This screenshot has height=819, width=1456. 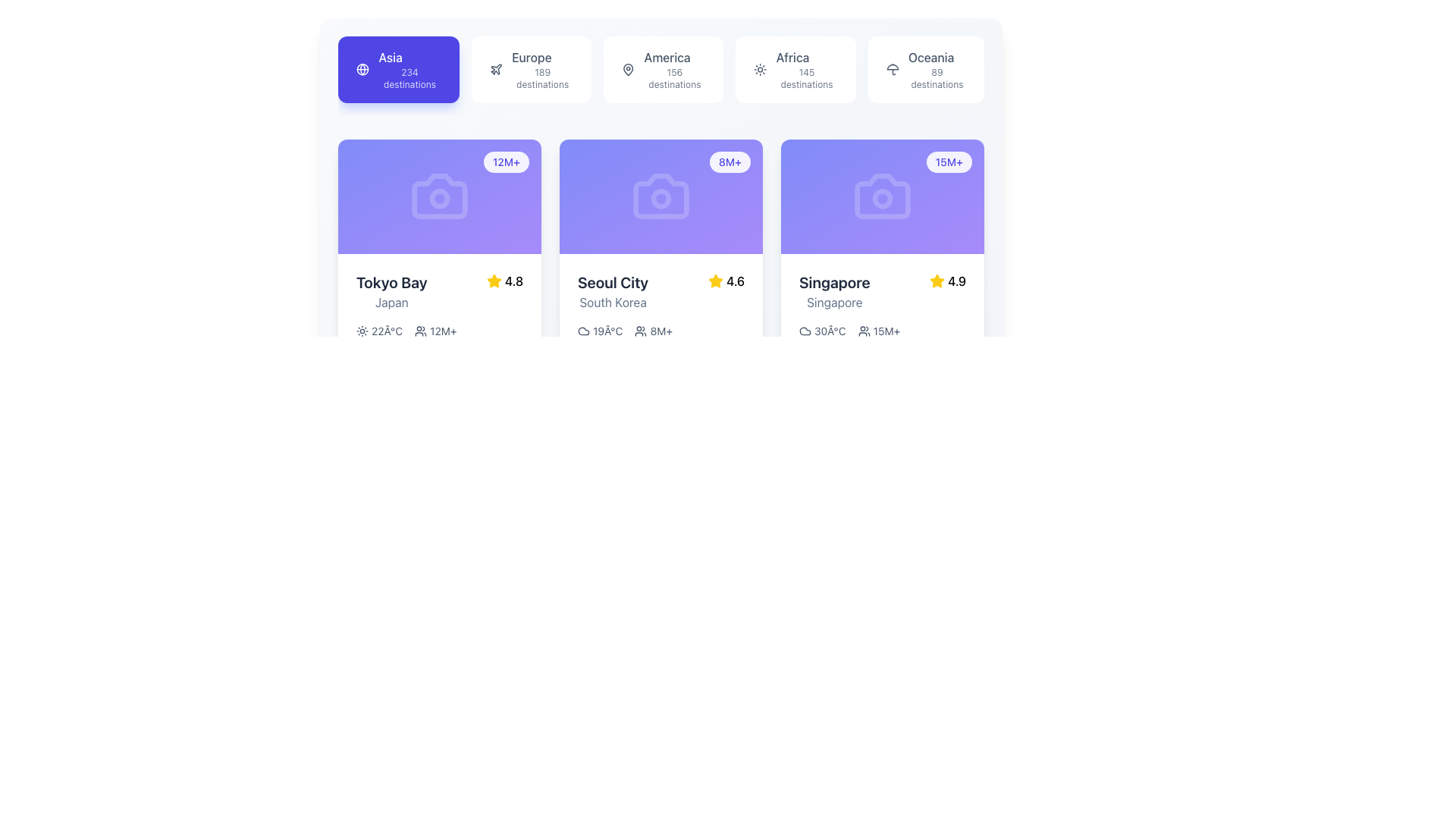 I want to click on the 'Europe' button, which has a white background, light gray text, an airplane icon on the left, and displays '189 destinations' below the label, so click(x=531, y=70).